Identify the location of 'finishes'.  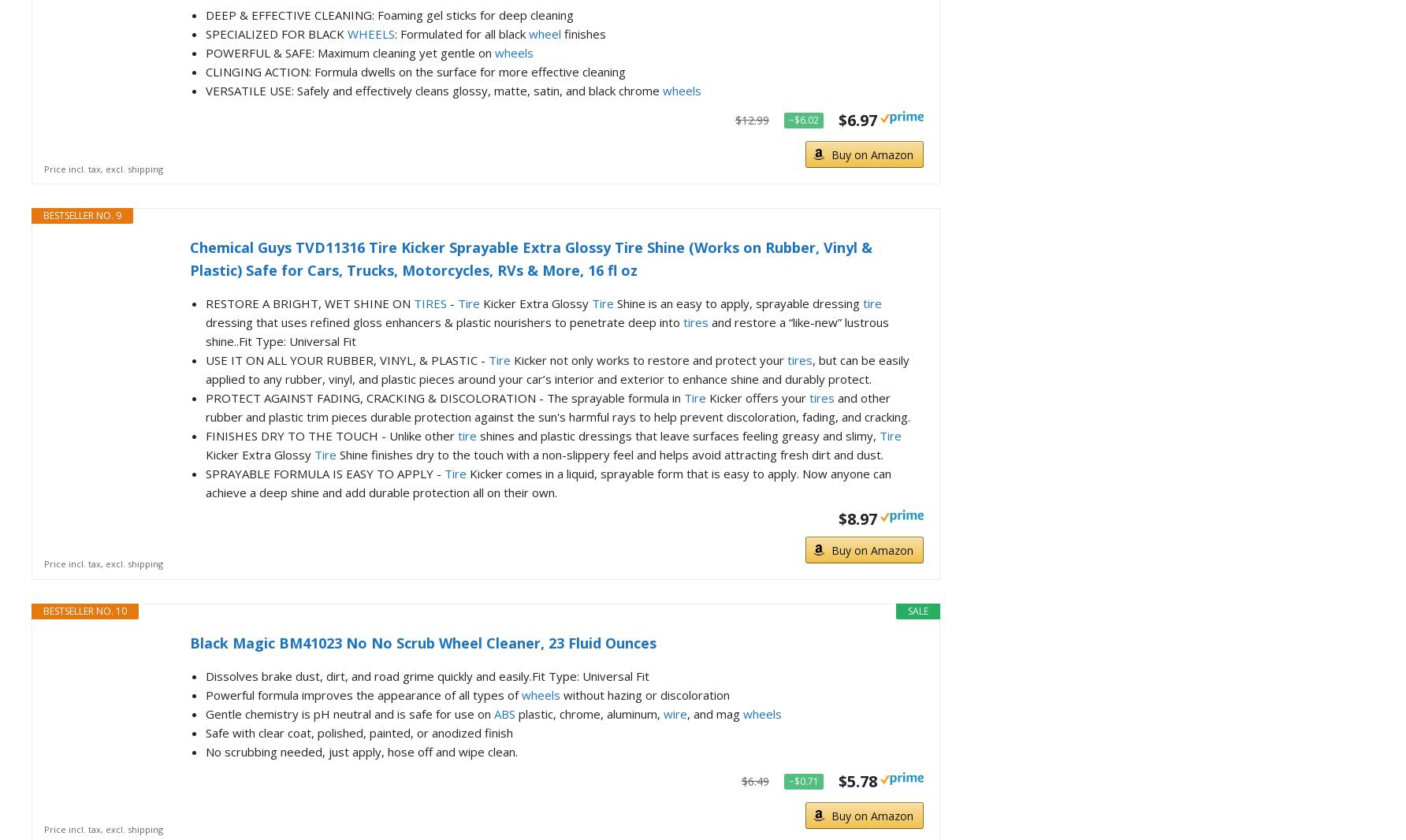
(560, 32).